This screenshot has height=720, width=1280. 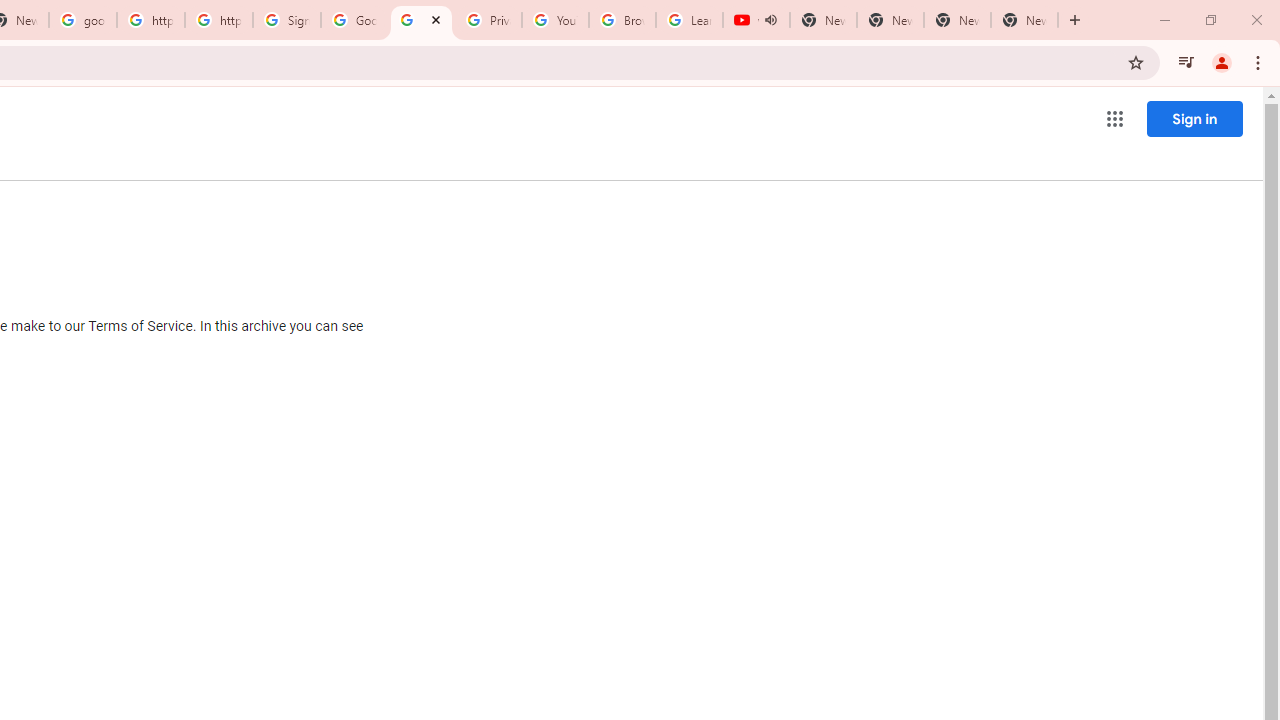 What do you see at coordinates (555, 20) in the screenshot?
I see `'YouTube'` at bounding box center [555, 20].